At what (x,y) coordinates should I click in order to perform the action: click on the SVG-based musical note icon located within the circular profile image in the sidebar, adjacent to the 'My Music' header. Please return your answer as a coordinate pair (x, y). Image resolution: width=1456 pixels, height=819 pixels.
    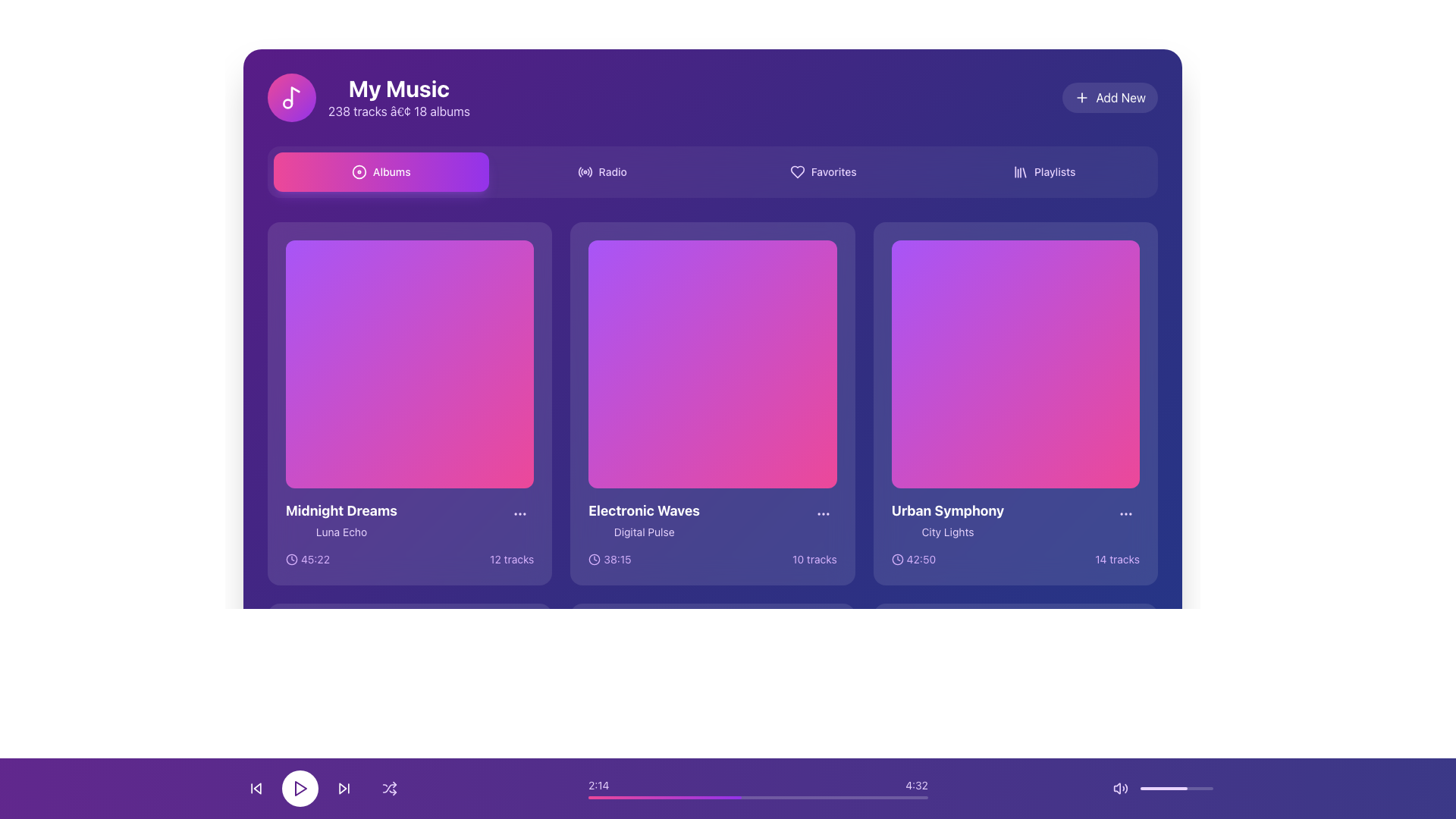
    Looking at the image, I should click on (295, 96).